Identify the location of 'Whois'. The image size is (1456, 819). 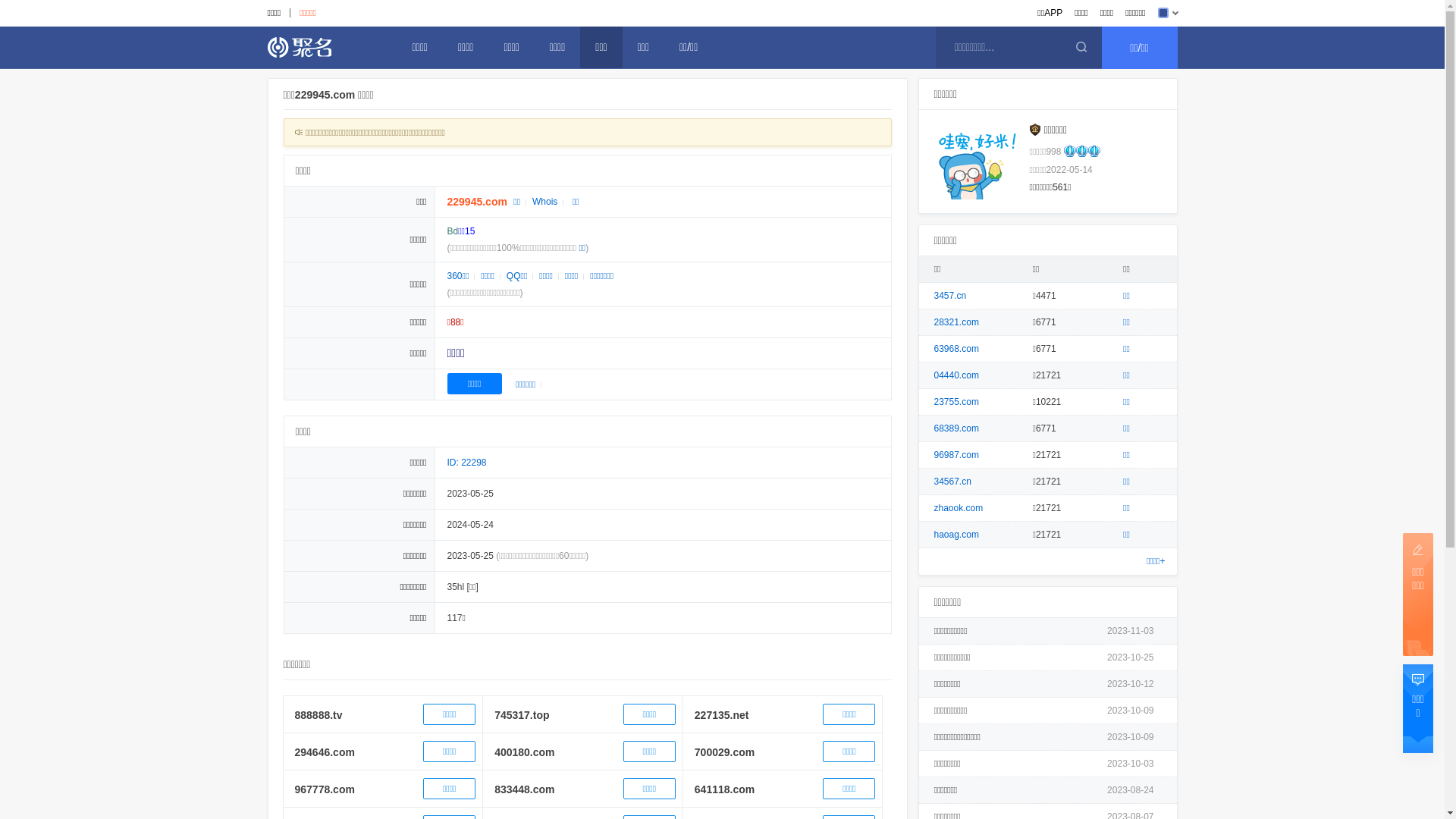
(526, 201).